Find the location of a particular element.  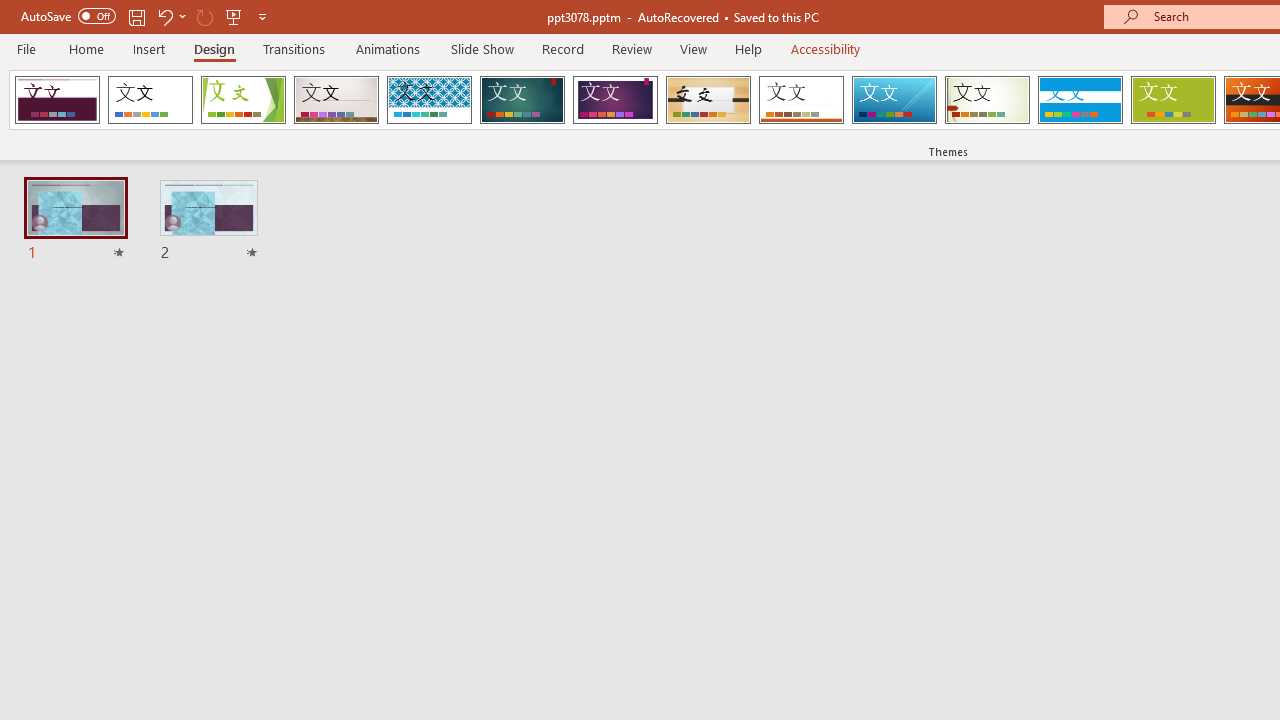

'Slice' is located at coordinates (893, 100).